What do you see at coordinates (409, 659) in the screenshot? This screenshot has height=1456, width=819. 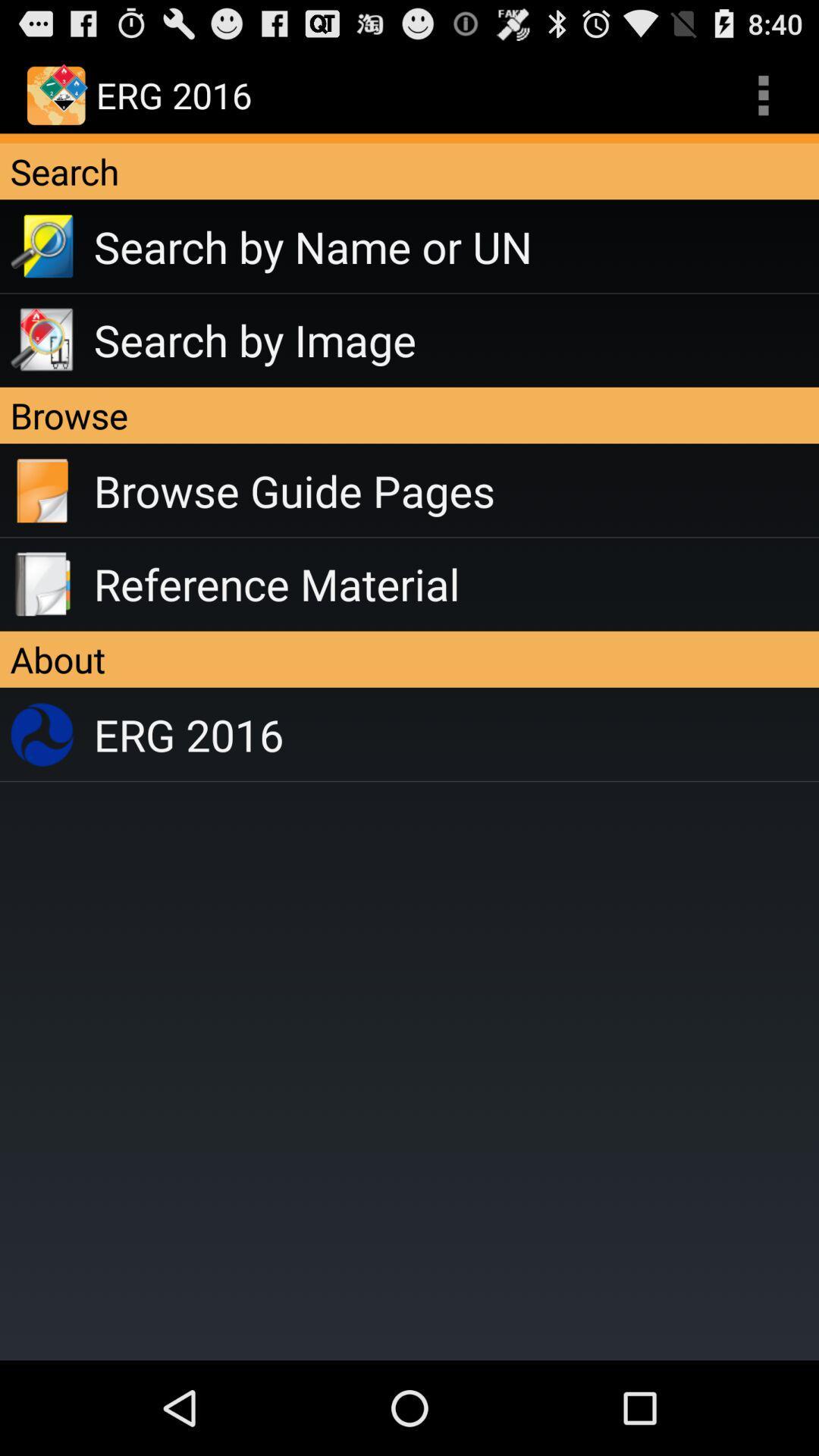 I see `about` at bounding box center [409, 659].